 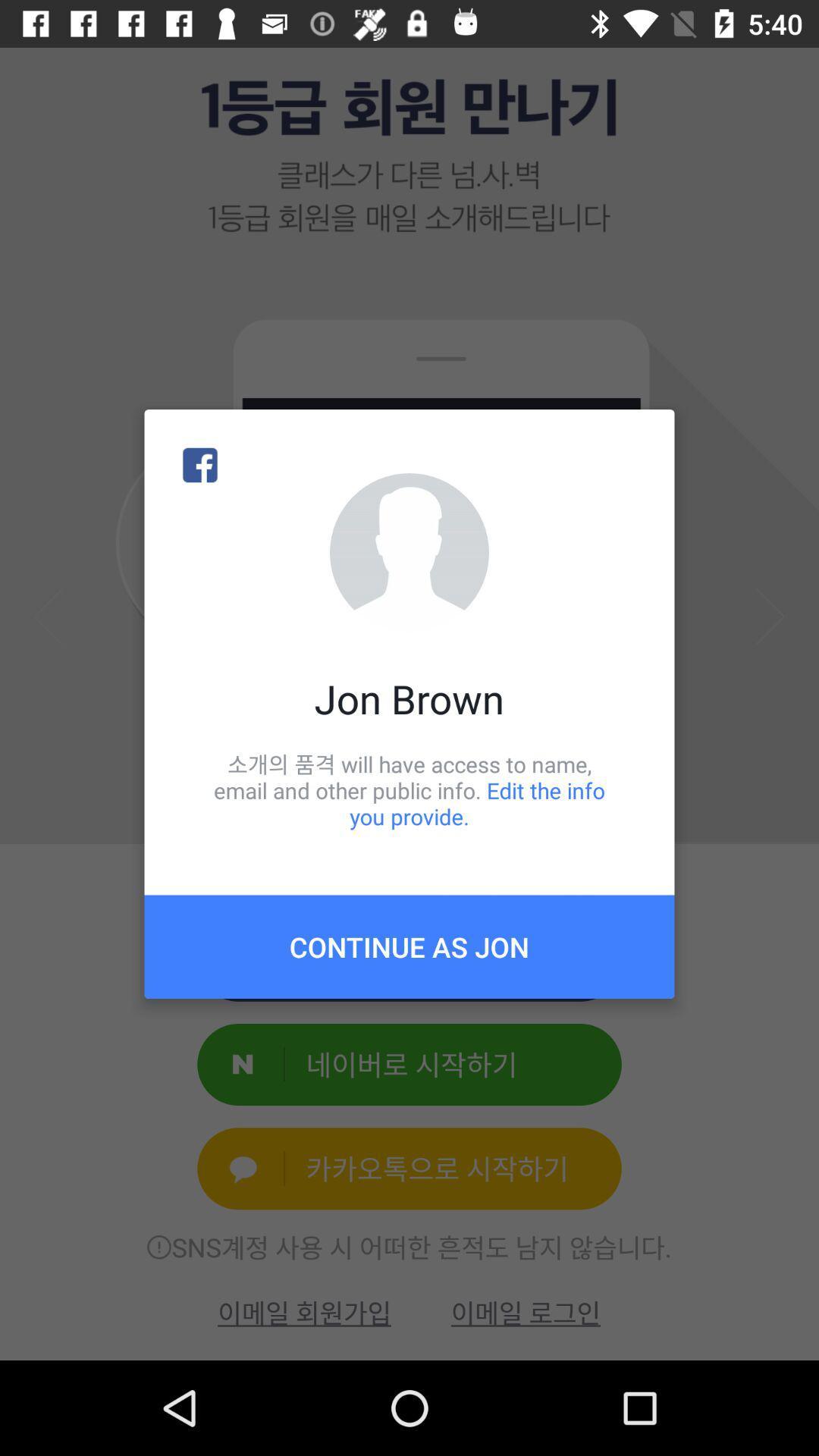 I want to click on the item above the continue as jon icon, so click(x=409, y=789).